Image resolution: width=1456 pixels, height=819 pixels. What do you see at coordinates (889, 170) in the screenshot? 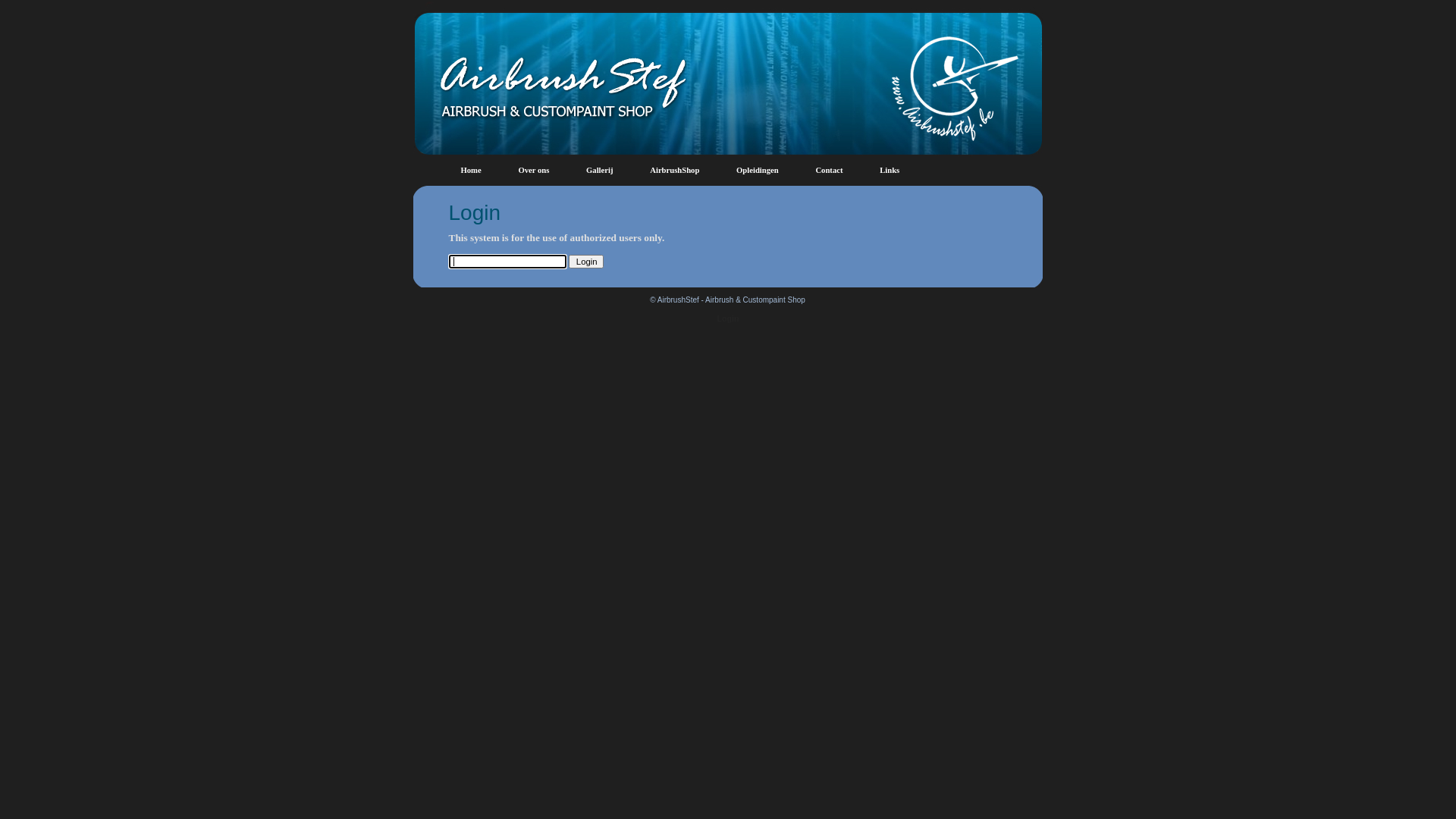
I see `'Links'` at bounding box center [889, 170].